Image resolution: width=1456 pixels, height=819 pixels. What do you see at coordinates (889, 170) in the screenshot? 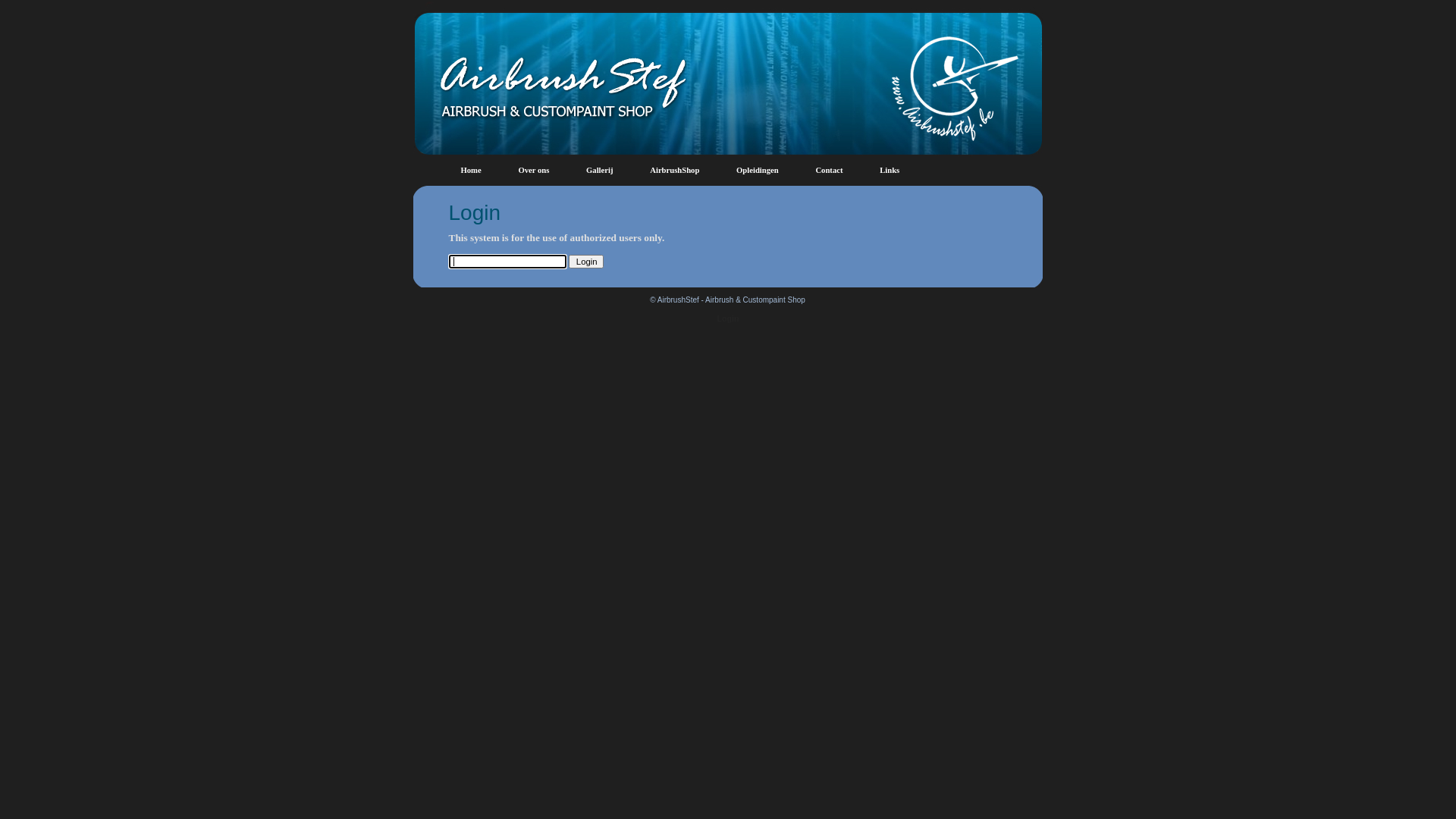
I see `'Links'` at bounding box center [889, 170].